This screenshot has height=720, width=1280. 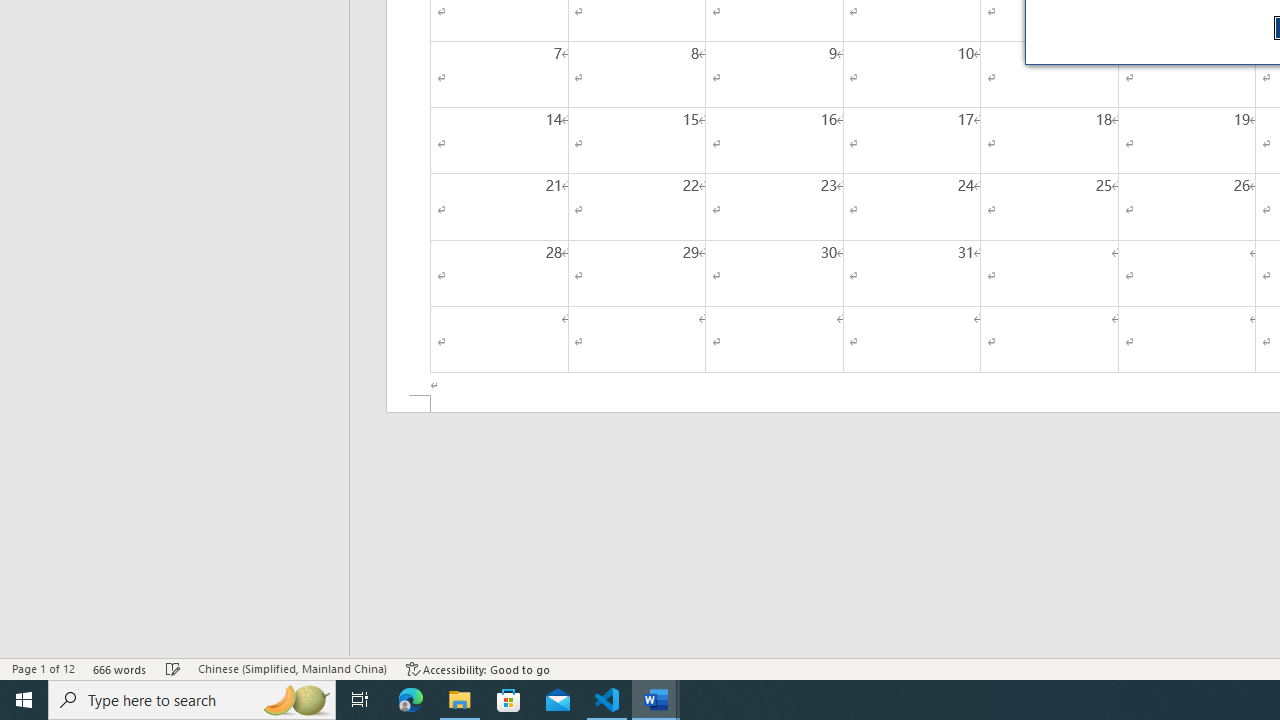 What do you see at coordinates (119, 669) in the screenshot?
I see `'Word Count 666 words'` at bounding box center [119, 669].